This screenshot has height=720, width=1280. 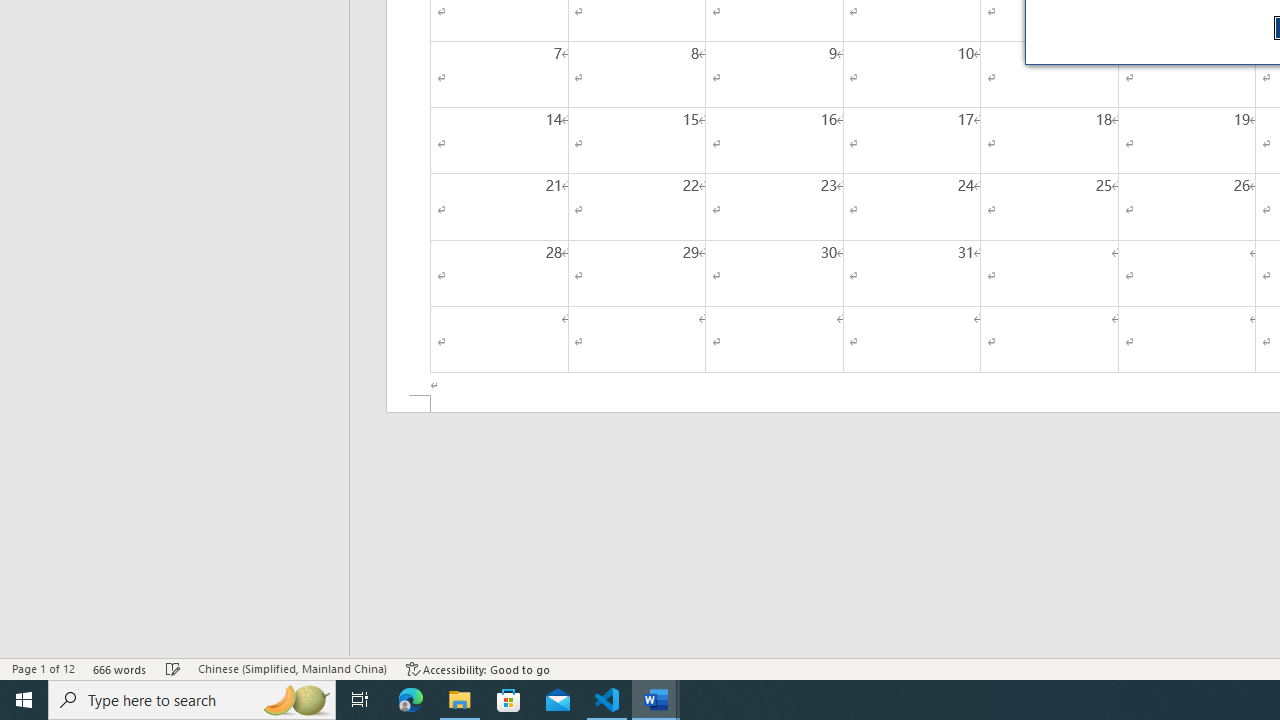 What do you see at coordinates (119, 669) in the screenshot?
I see `'Word Count 666 words'` at bounding box center [119, 669].